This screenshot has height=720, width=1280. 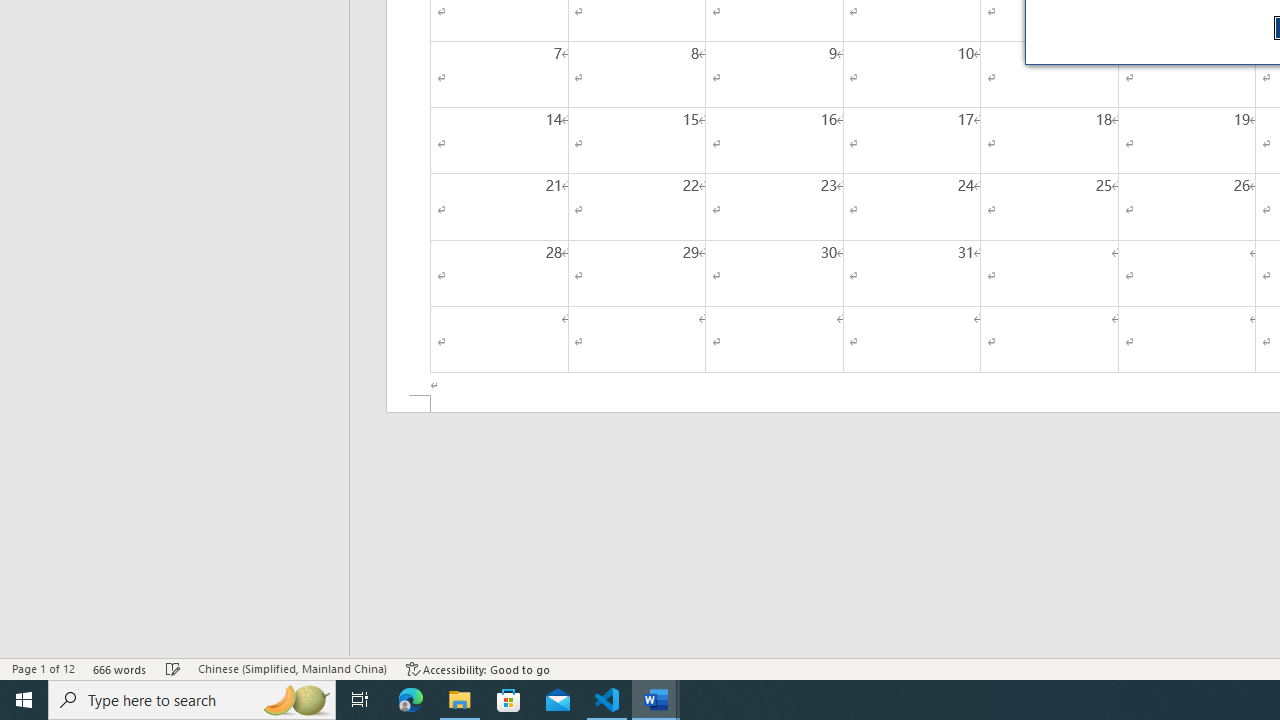 What do you see at coordinates (119, 669) in the screenshot?
I see `'Word Count 666 words'` at bounding box center [119, 669].